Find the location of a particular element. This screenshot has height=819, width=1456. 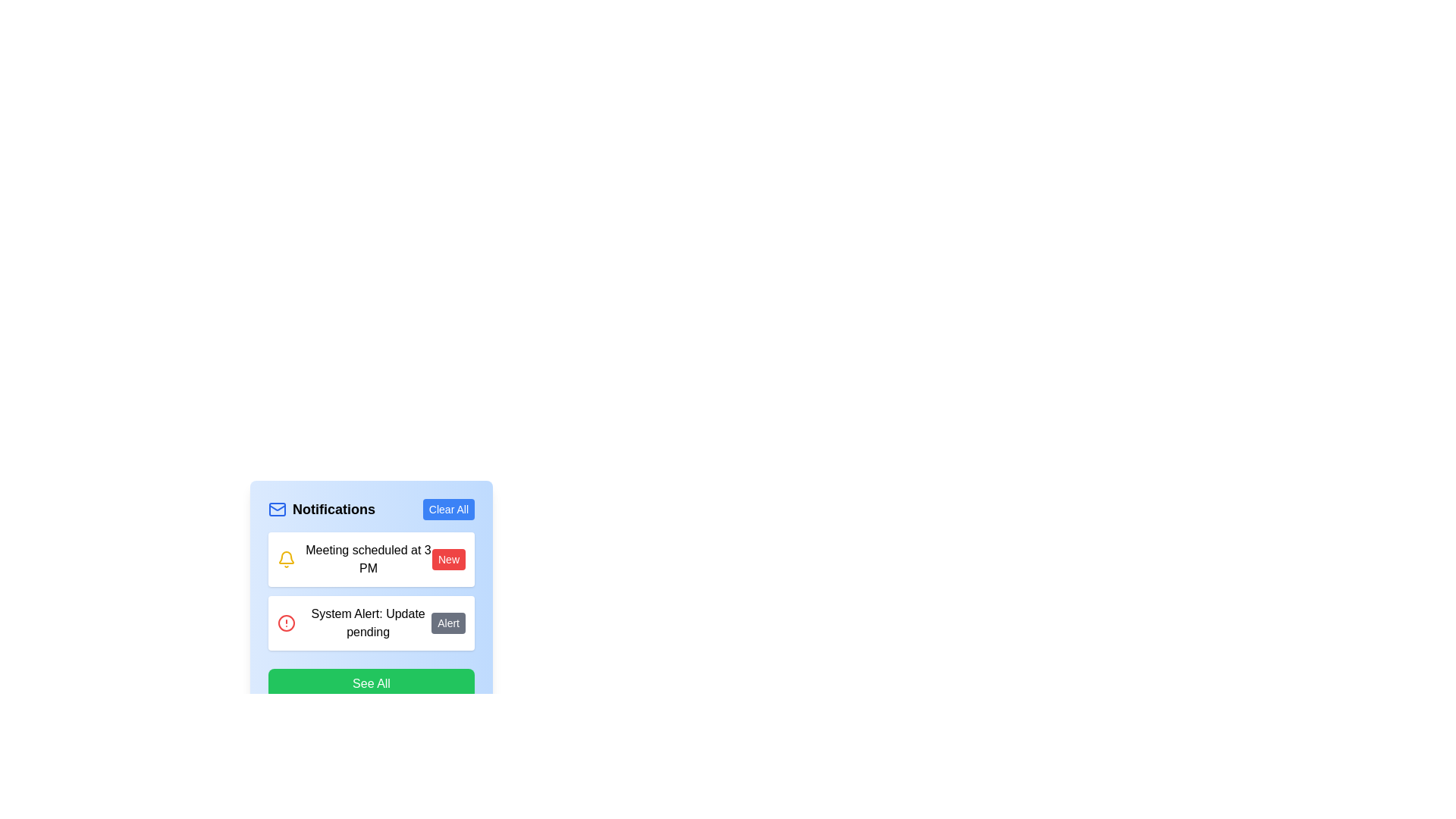

the visual state of the envelope icon with a blue outline, located to the left of the 'Notifications' label is located at coordinates (277, 509).